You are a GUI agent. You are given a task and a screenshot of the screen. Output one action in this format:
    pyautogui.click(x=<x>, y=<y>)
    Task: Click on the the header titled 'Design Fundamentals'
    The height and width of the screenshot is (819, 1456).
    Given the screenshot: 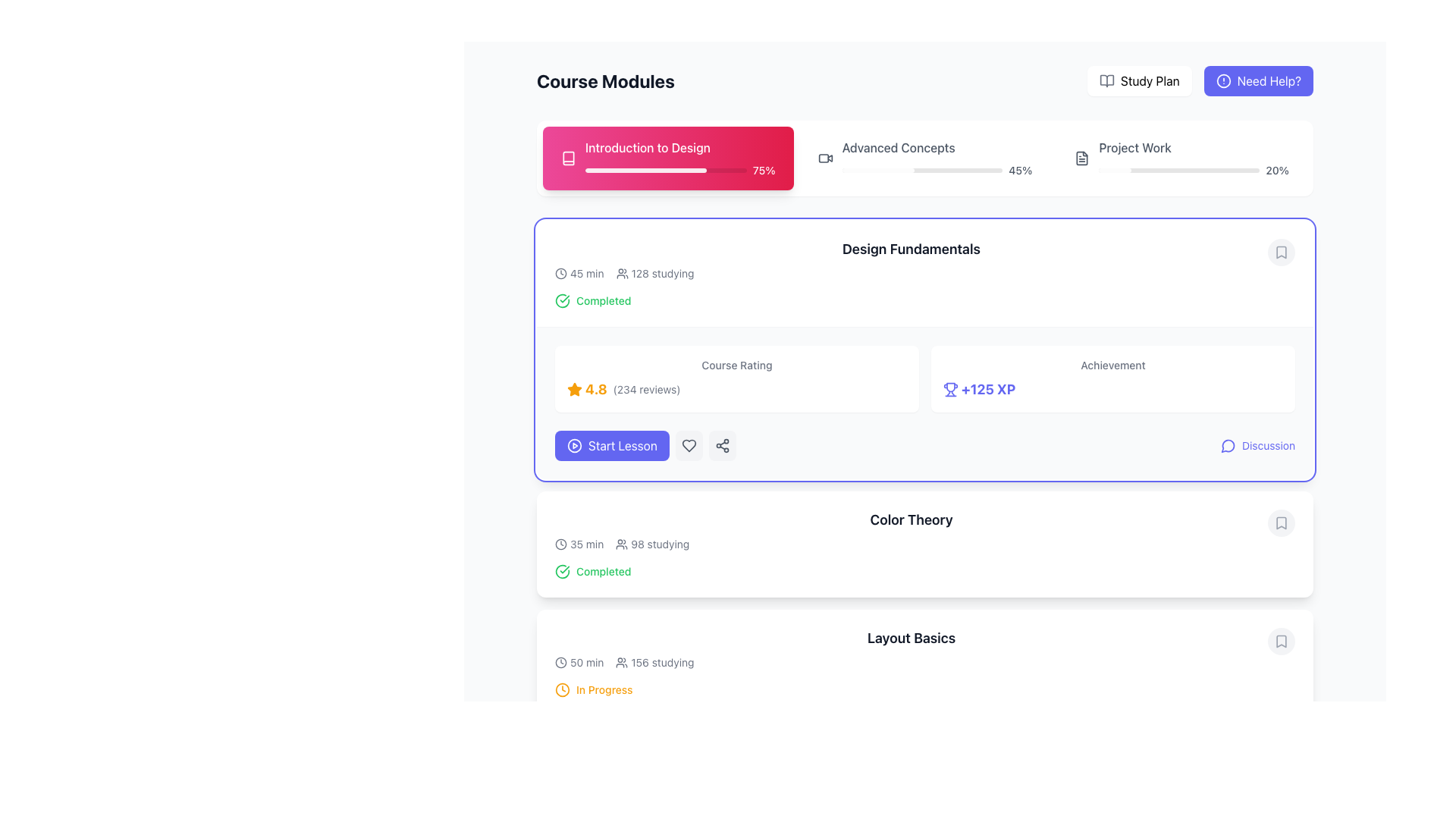 What is the action you would take?
    pyautogui.click(x=910, y=259)
    